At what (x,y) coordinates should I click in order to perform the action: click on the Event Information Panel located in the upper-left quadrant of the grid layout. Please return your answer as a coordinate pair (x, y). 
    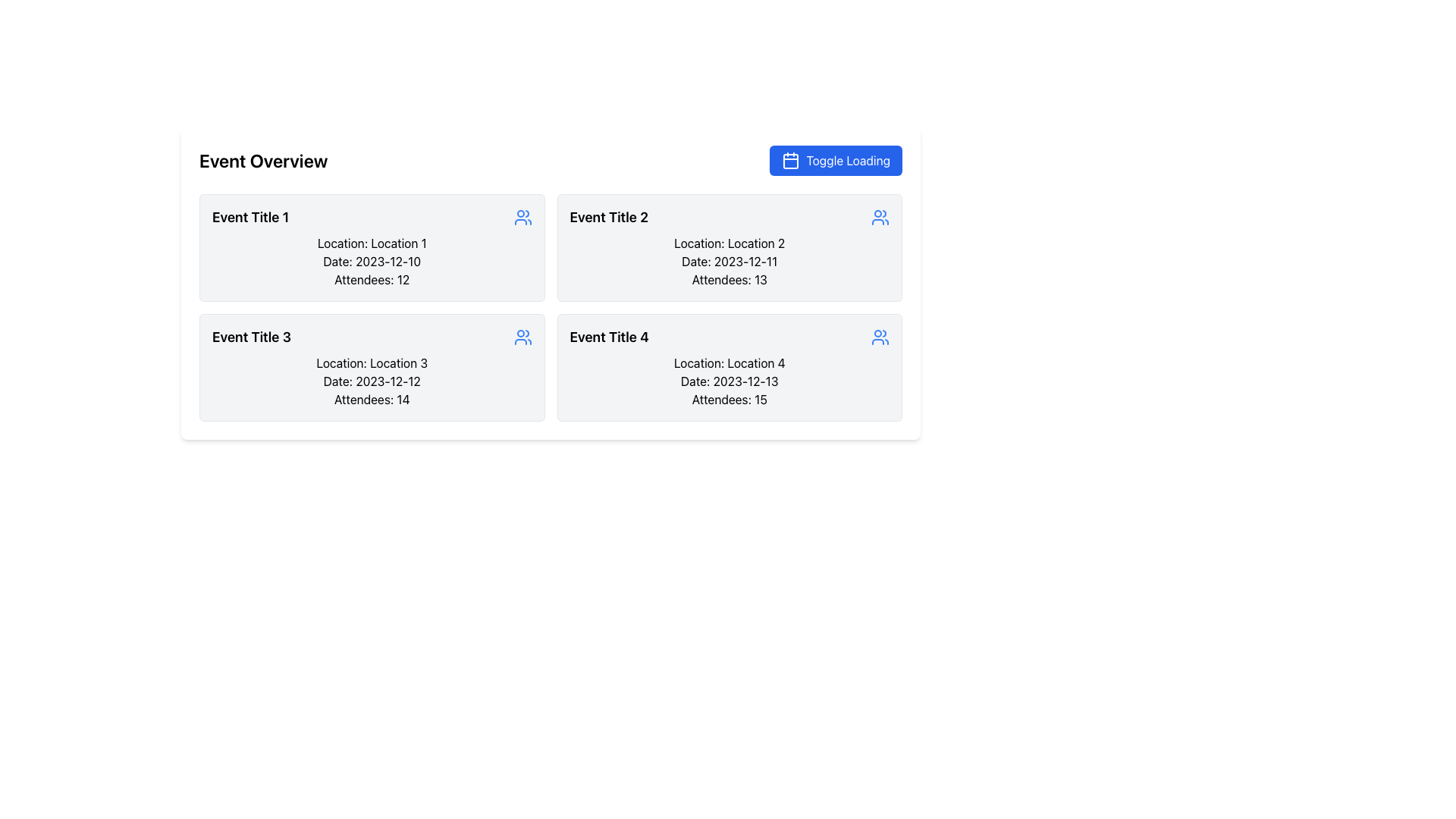
    Looking at the image, I should click on (372, 247).